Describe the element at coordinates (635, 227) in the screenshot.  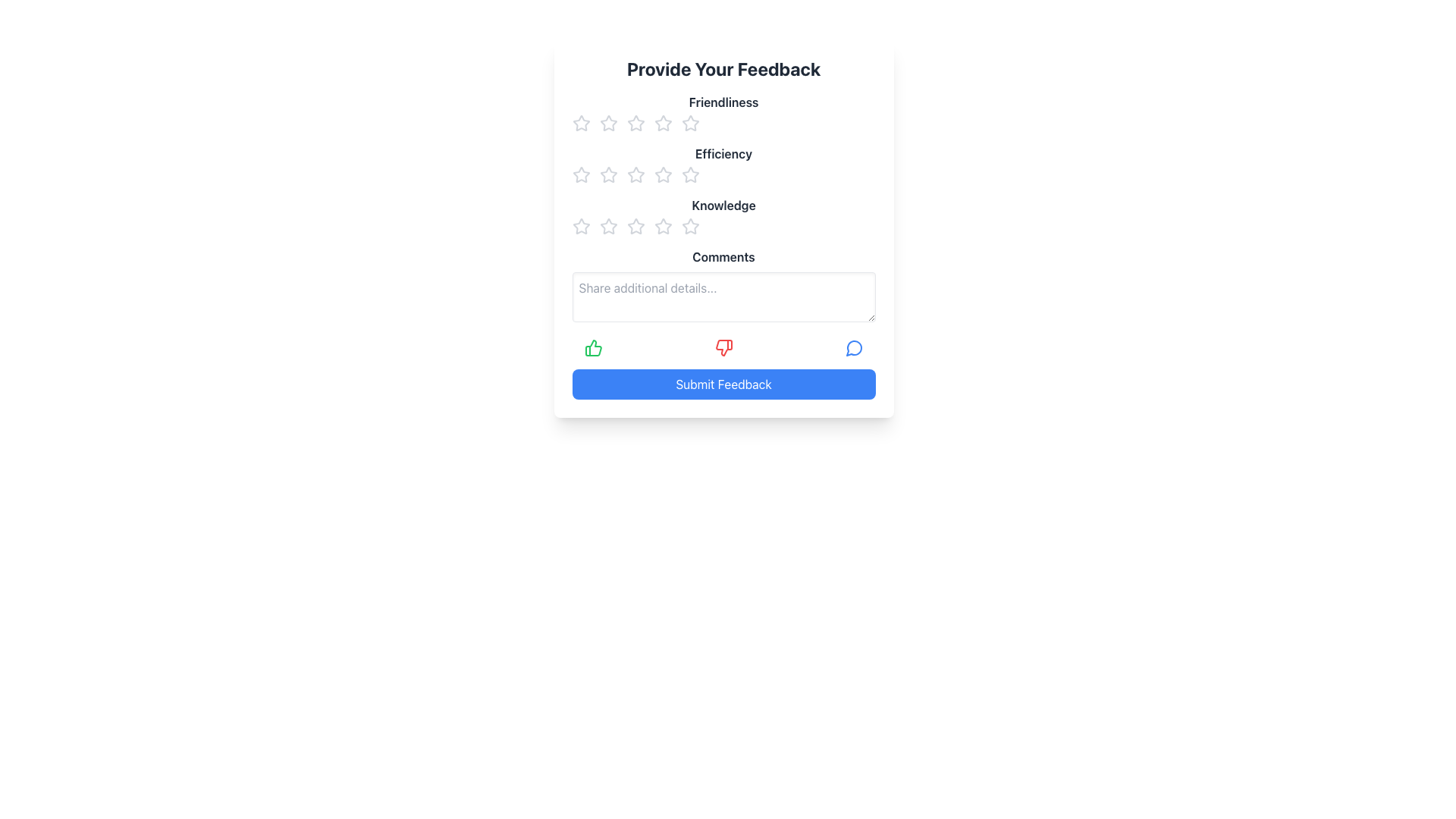
I see `across the third star icon from the left in the horizontal group of five stars` at that location.